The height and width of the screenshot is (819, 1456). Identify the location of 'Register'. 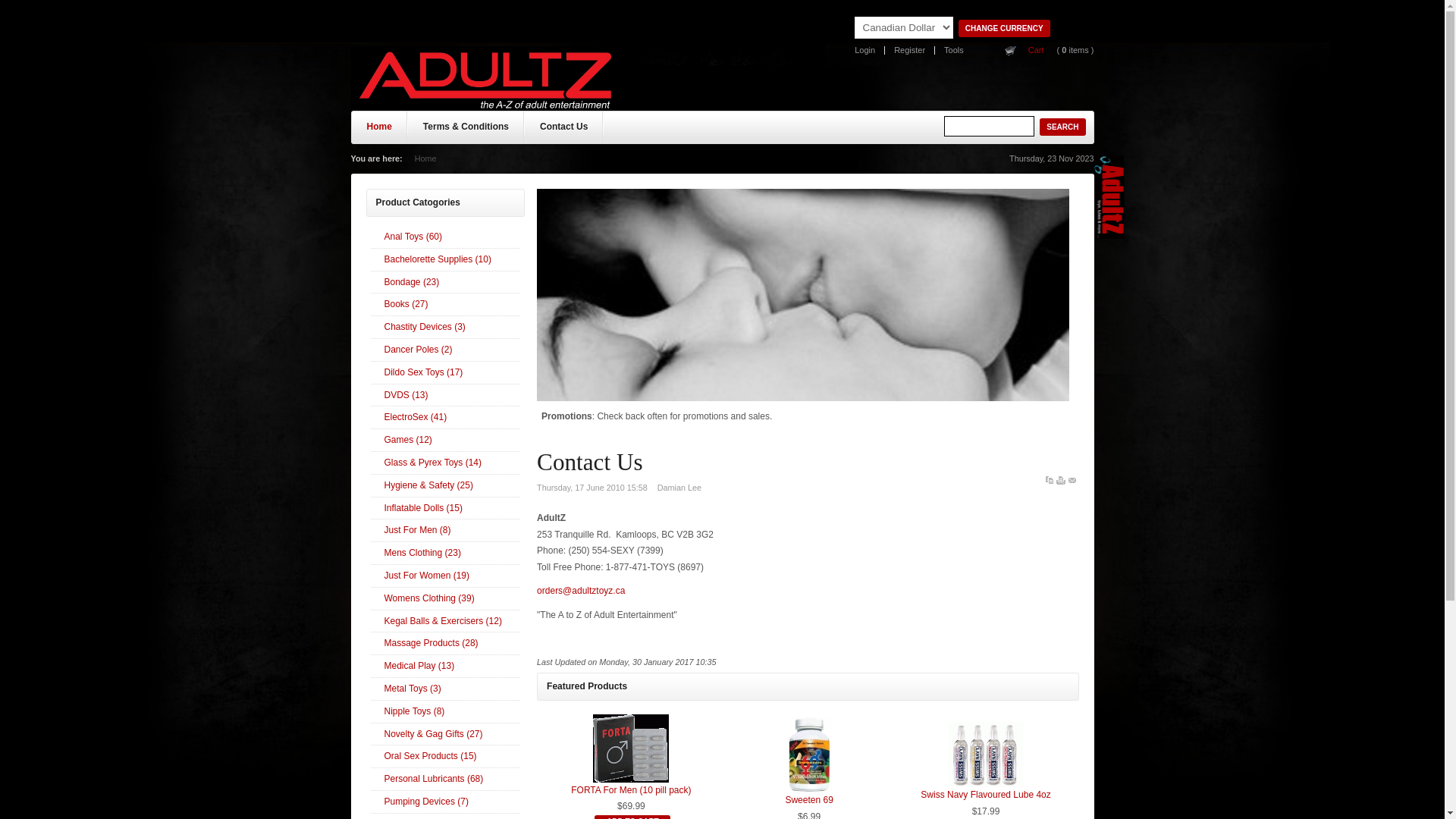
(910, 49).